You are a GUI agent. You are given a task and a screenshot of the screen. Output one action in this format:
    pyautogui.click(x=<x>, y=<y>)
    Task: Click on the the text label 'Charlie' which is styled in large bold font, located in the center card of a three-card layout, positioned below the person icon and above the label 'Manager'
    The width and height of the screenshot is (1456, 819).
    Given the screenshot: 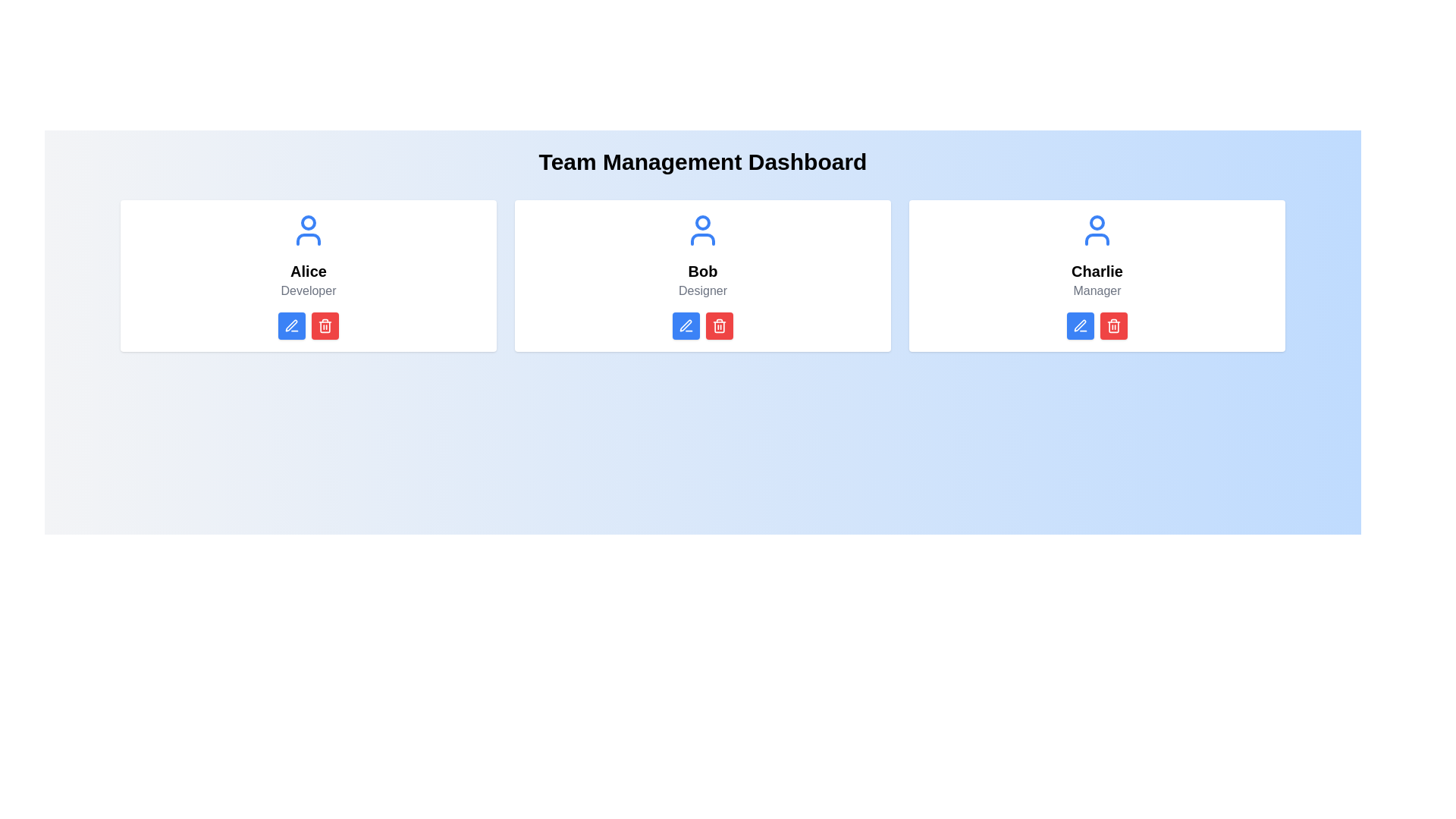 What is the action you would take?
    pyautogui.click(x=1097, y=271)
    